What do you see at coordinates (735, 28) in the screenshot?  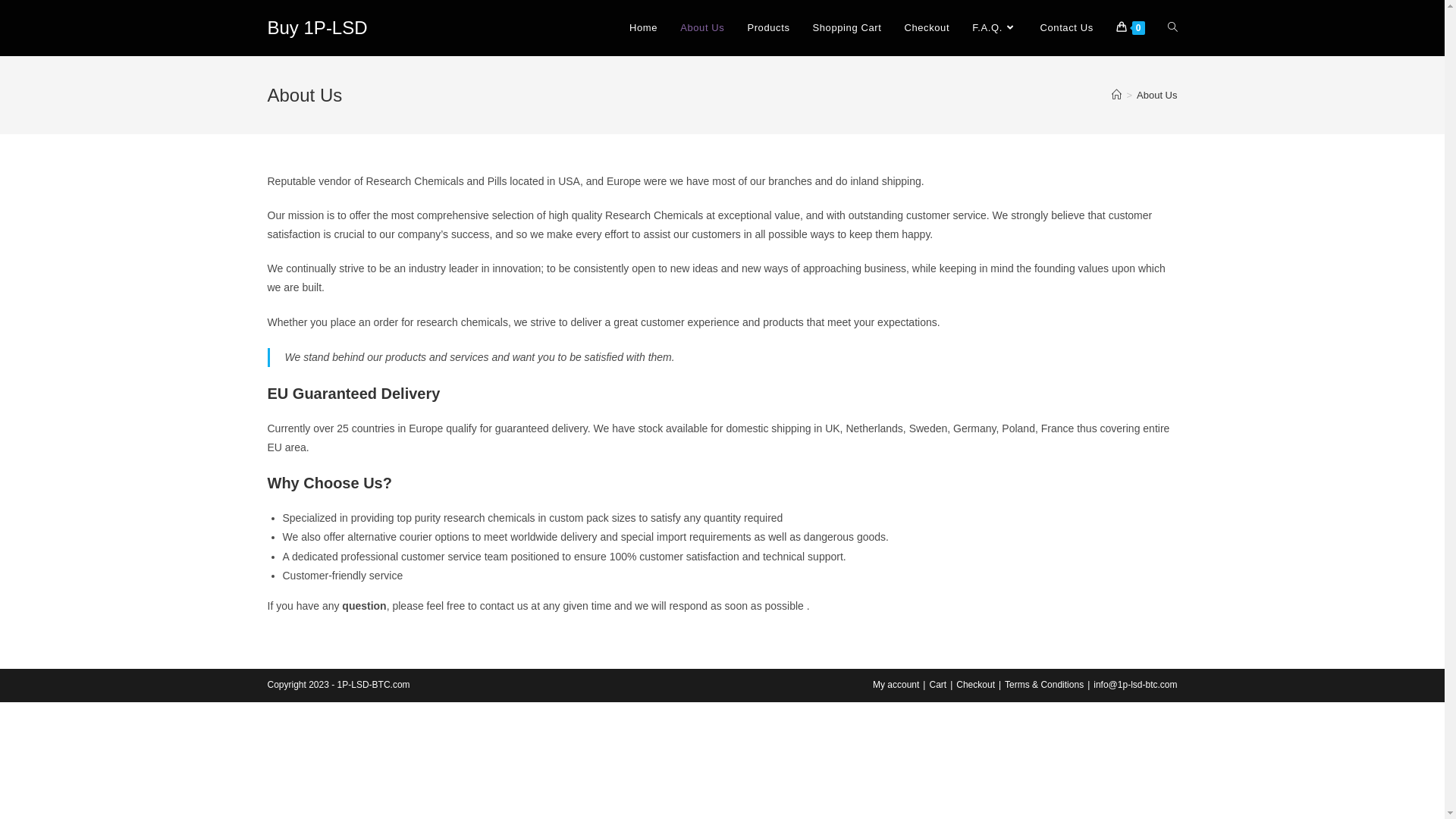 I see `'Products'` at bounding box center [735, 28].